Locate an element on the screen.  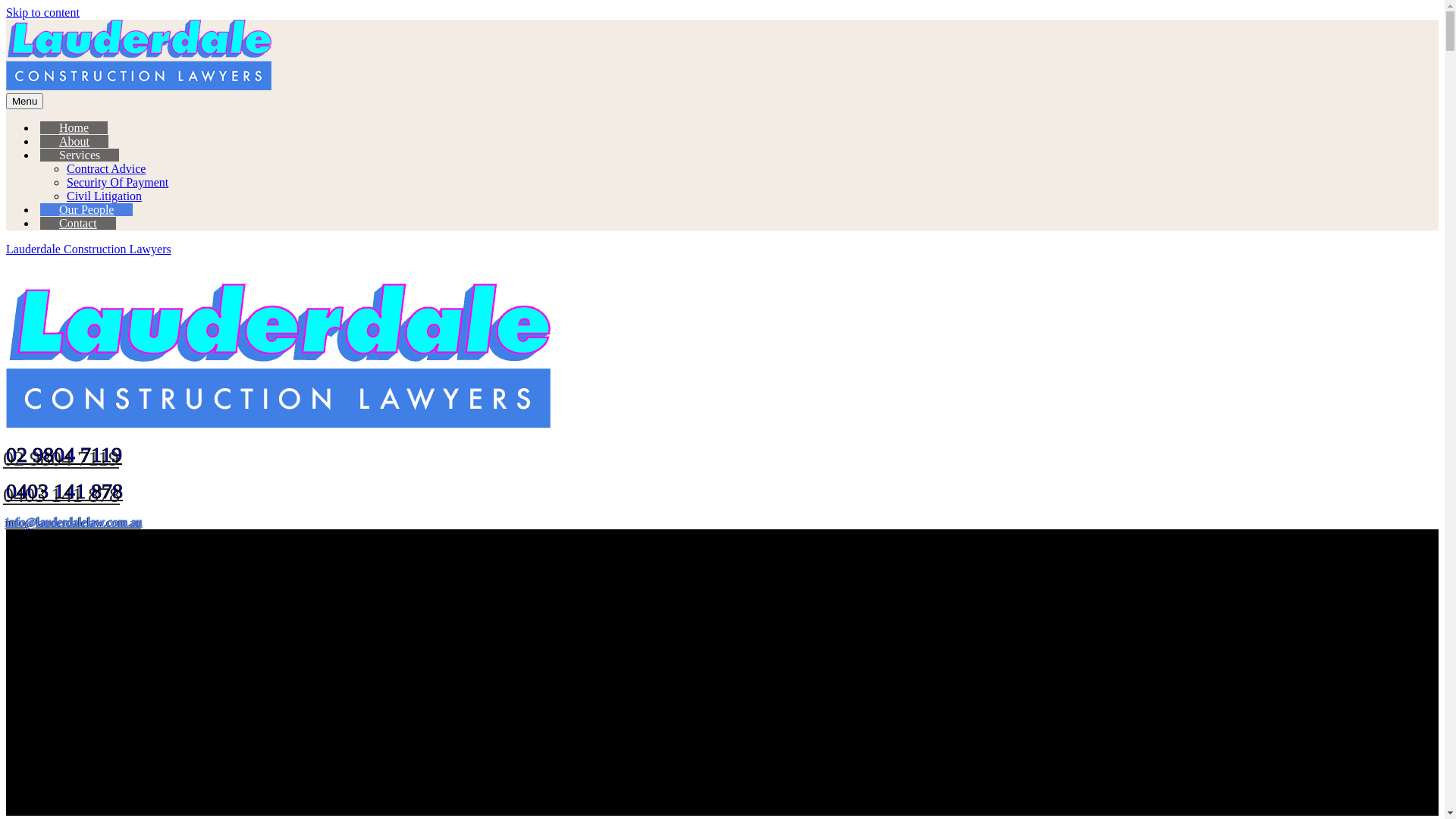
'Security Of Payment' is located at coordinates (116, 181).